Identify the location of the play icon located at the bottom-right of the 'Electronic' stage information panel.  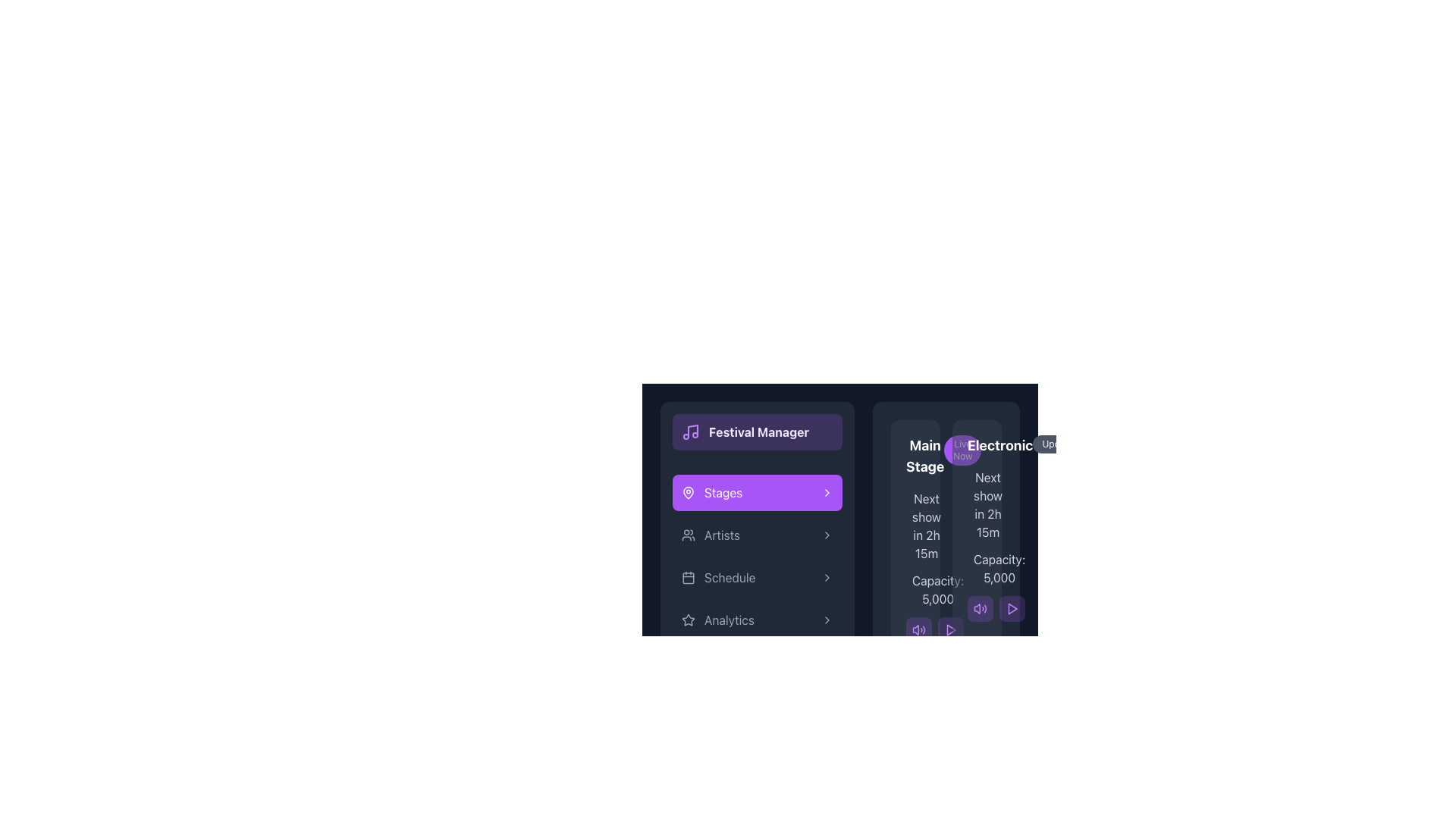
(949, 629).